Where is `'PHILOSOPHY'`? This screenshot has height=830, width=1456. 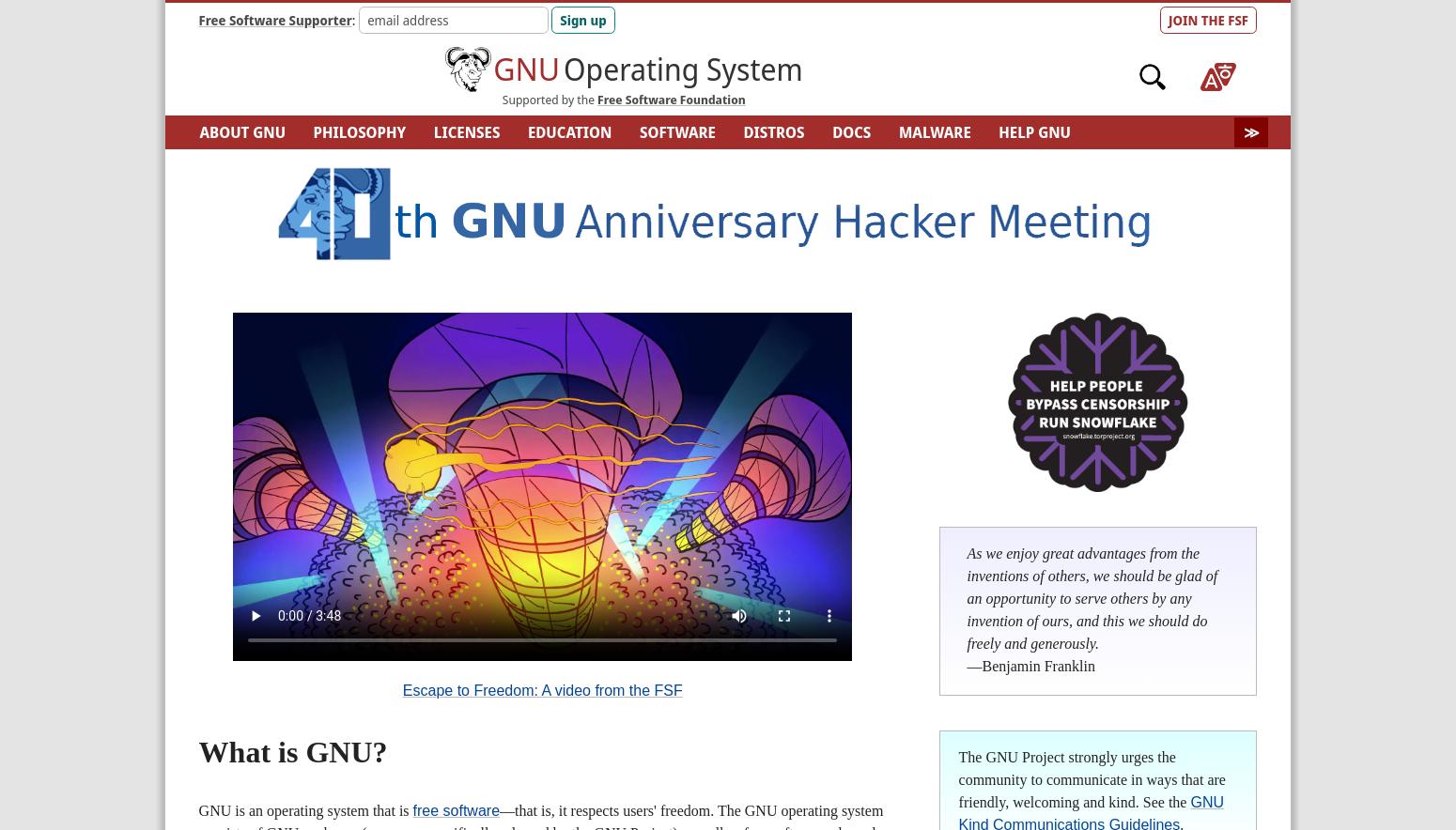
'PHILOSOPHY' is located at coordinates (311, 131).